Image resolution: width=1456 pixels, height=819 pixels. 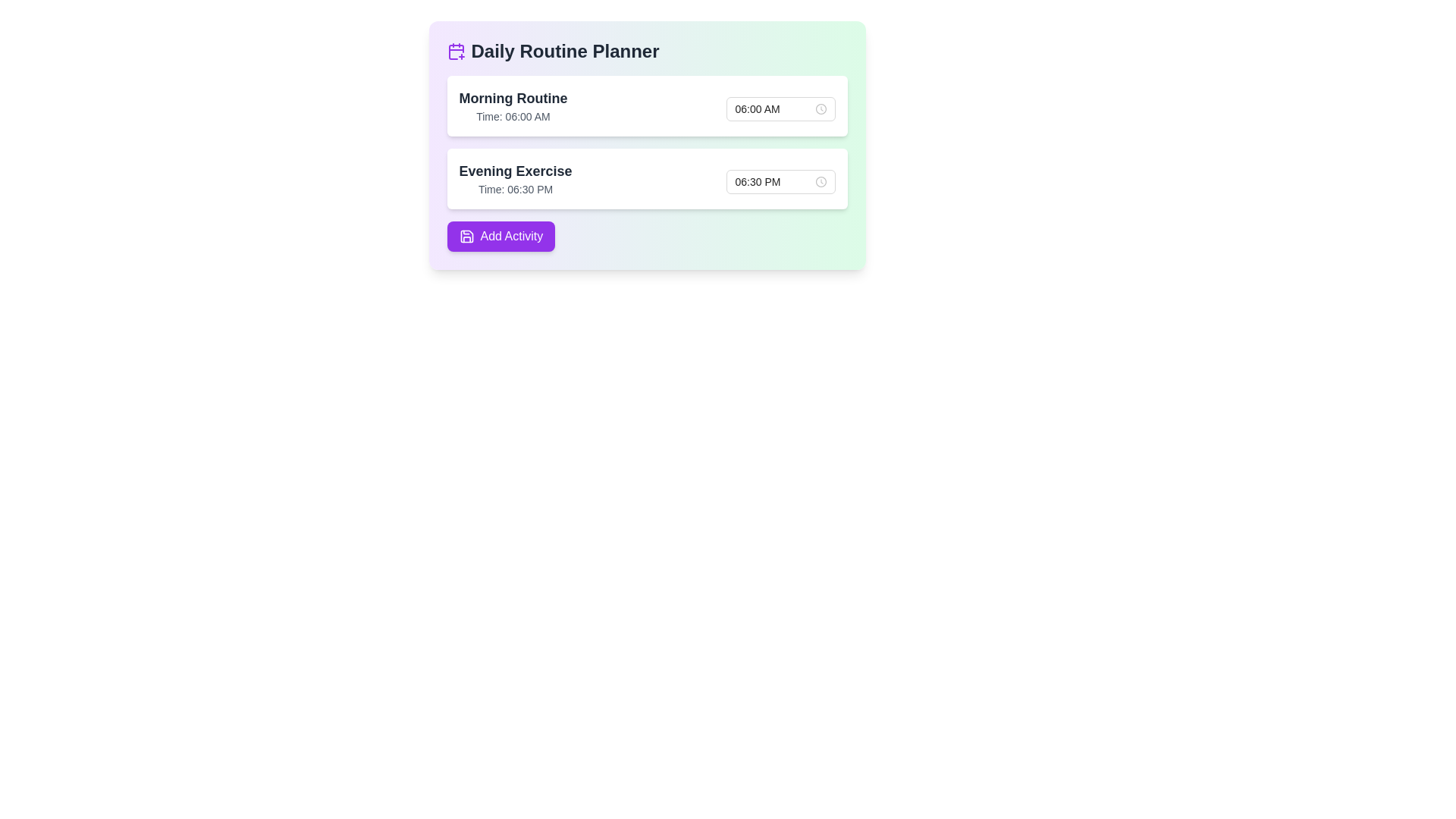 What do you see at coordinates (780, 108) in the screenshot?
I see `the Time picker field displaying '06:00 AM'` at bounding box center [780, 108].